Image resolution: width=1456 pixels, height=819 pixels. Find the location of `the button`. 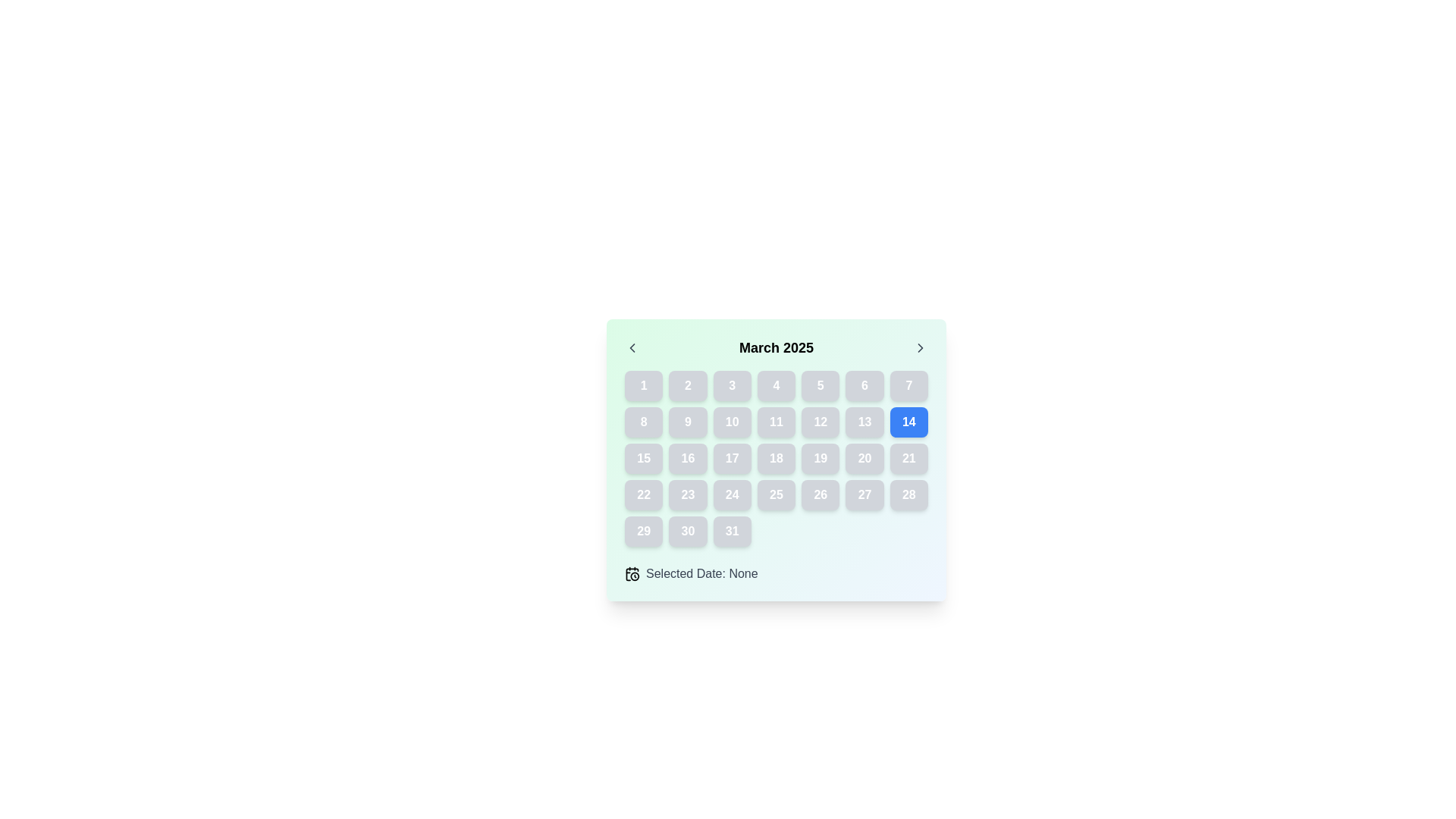

the button is located at coordinates (864, 422).